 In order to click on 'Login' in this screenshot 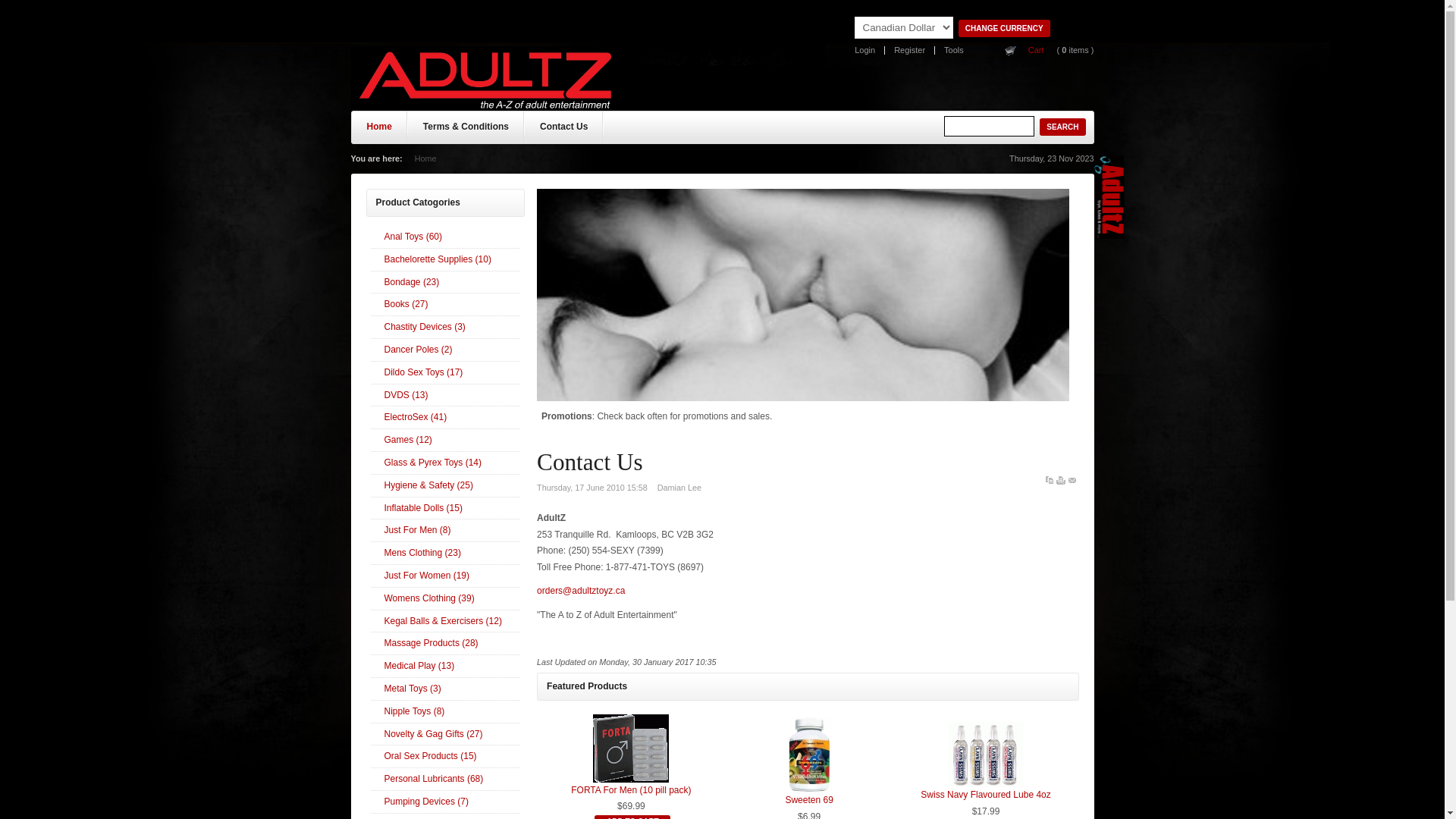, I will do `click(865, 49)`.